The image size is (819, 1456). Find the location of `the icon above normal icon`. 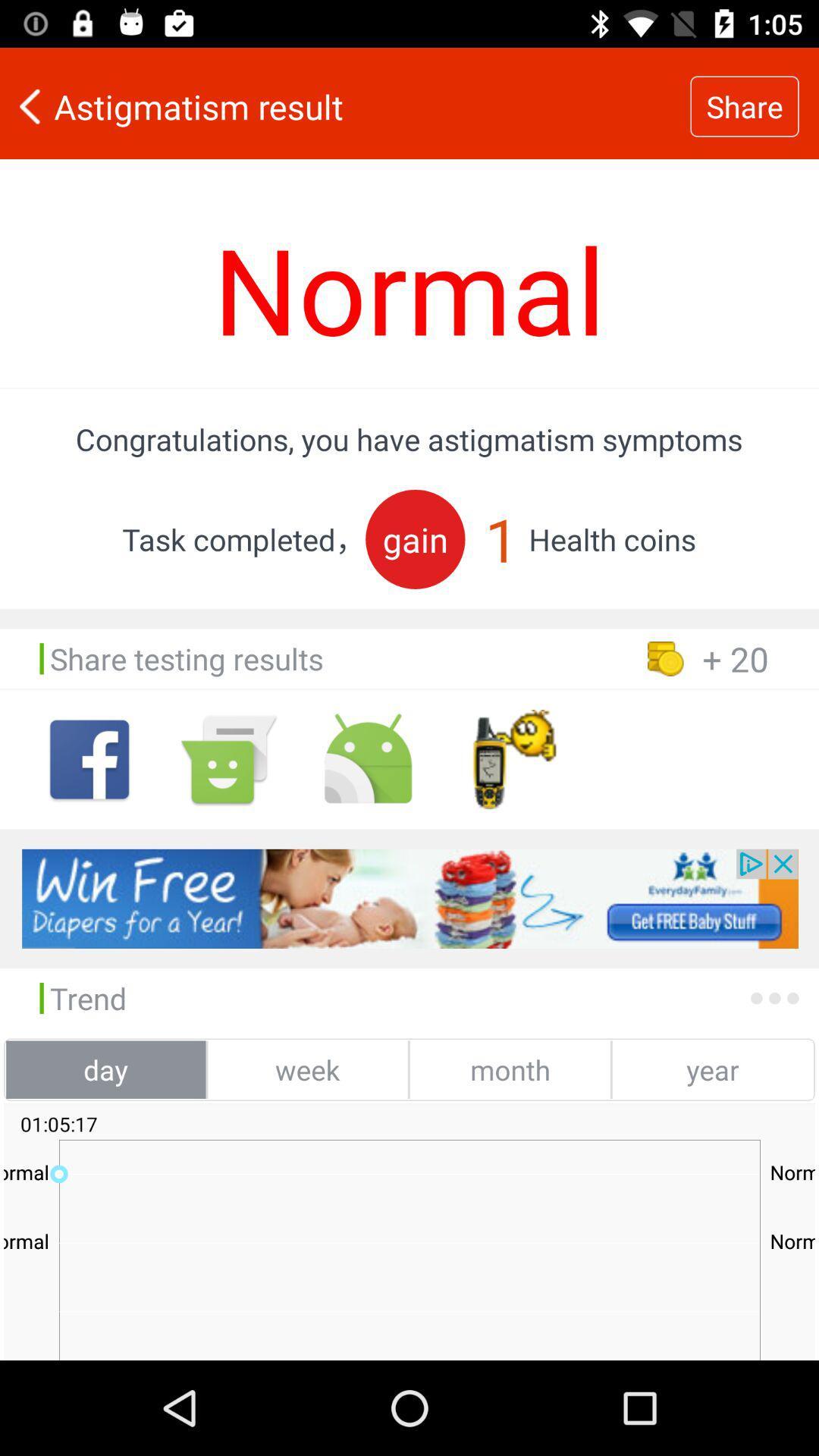

the icon above normal icon is located at coordinates (345, 105).